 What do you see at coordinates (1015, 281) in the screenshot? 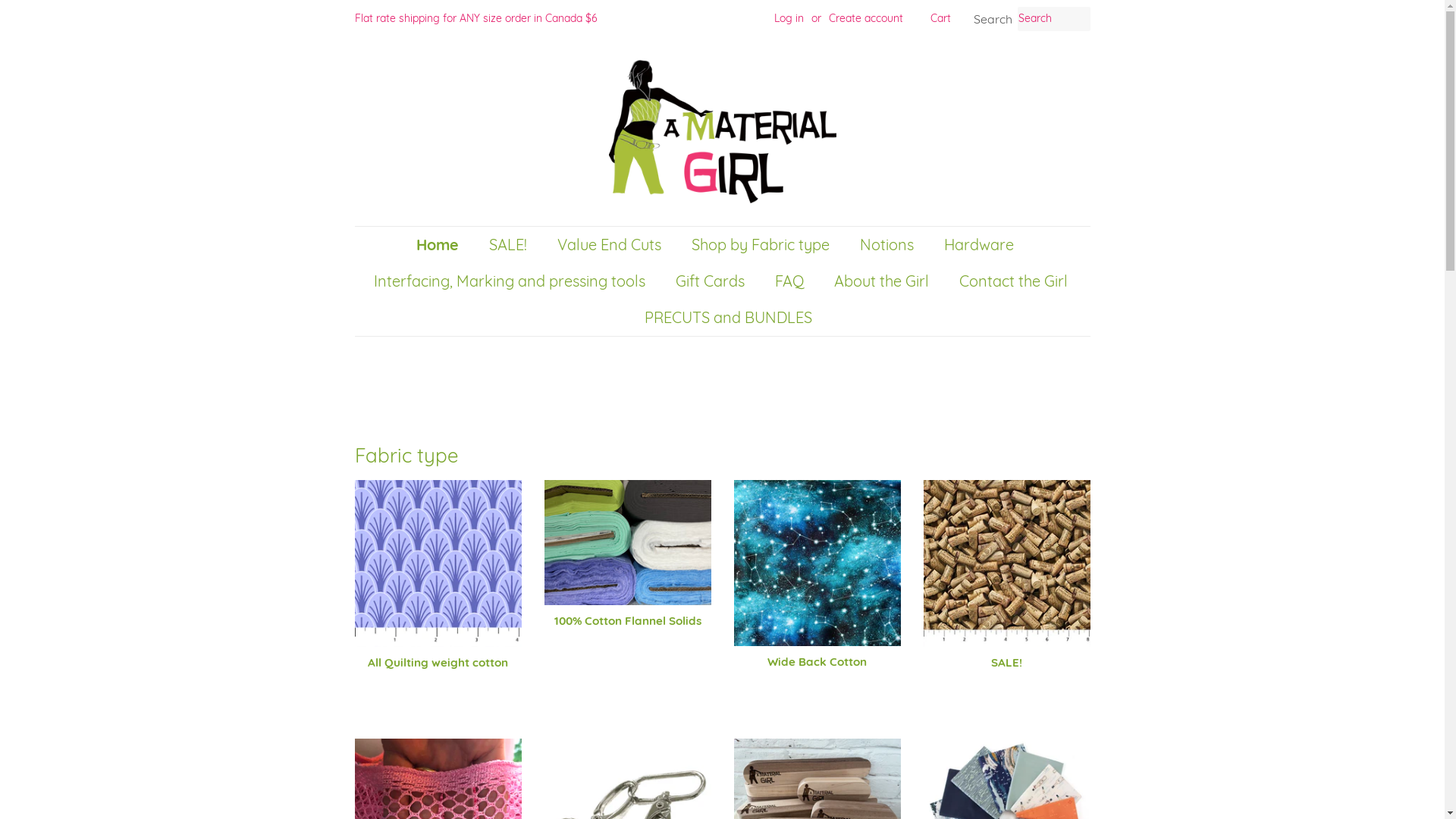
I see `'Contact the Girl'` at bounding box center [1015, 281].